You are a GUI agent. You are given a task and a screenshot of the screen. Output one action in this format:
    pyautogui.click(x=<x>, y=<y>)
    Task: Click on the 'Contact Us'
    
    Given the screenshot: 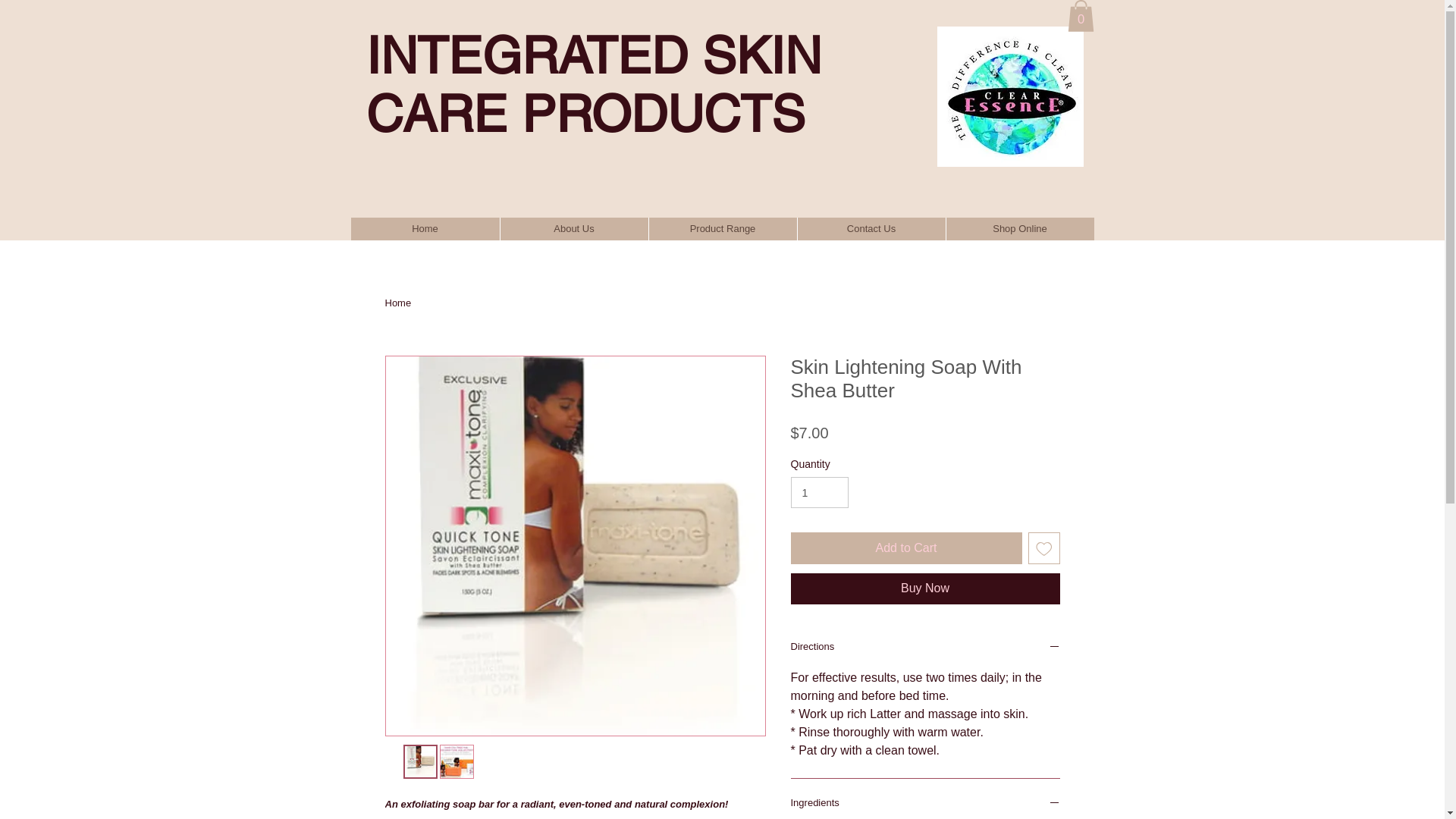 What is the action you would take?
    pyautogui.click(x=870, y=228)
    